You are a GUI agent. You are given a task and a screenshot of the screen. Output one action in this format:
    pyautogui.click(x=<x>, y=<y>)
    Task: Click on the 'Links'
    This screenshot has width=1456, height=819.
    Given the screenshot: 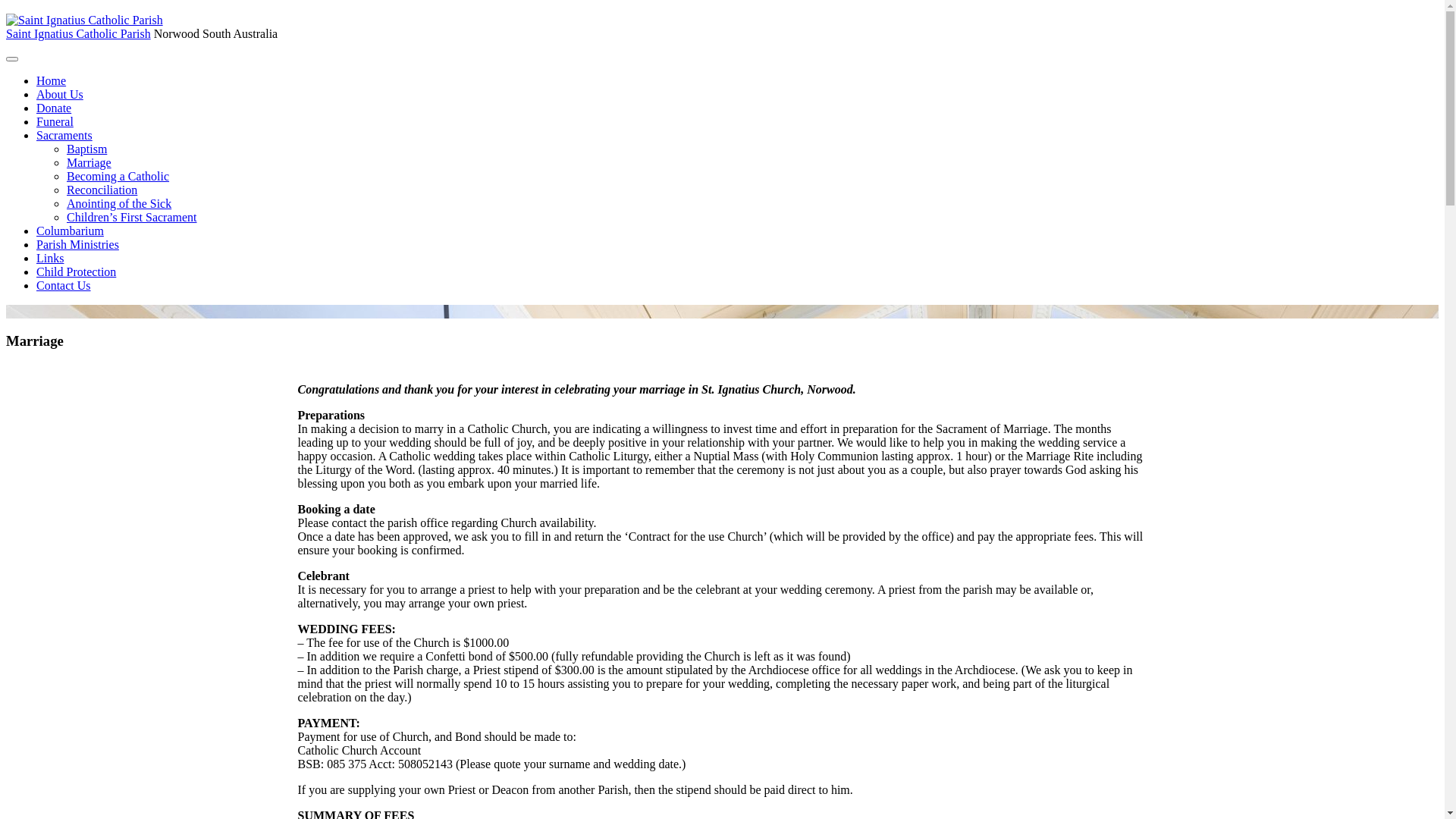 What is the action you would take?
    pyautogui.click(x=36, y=257)
    